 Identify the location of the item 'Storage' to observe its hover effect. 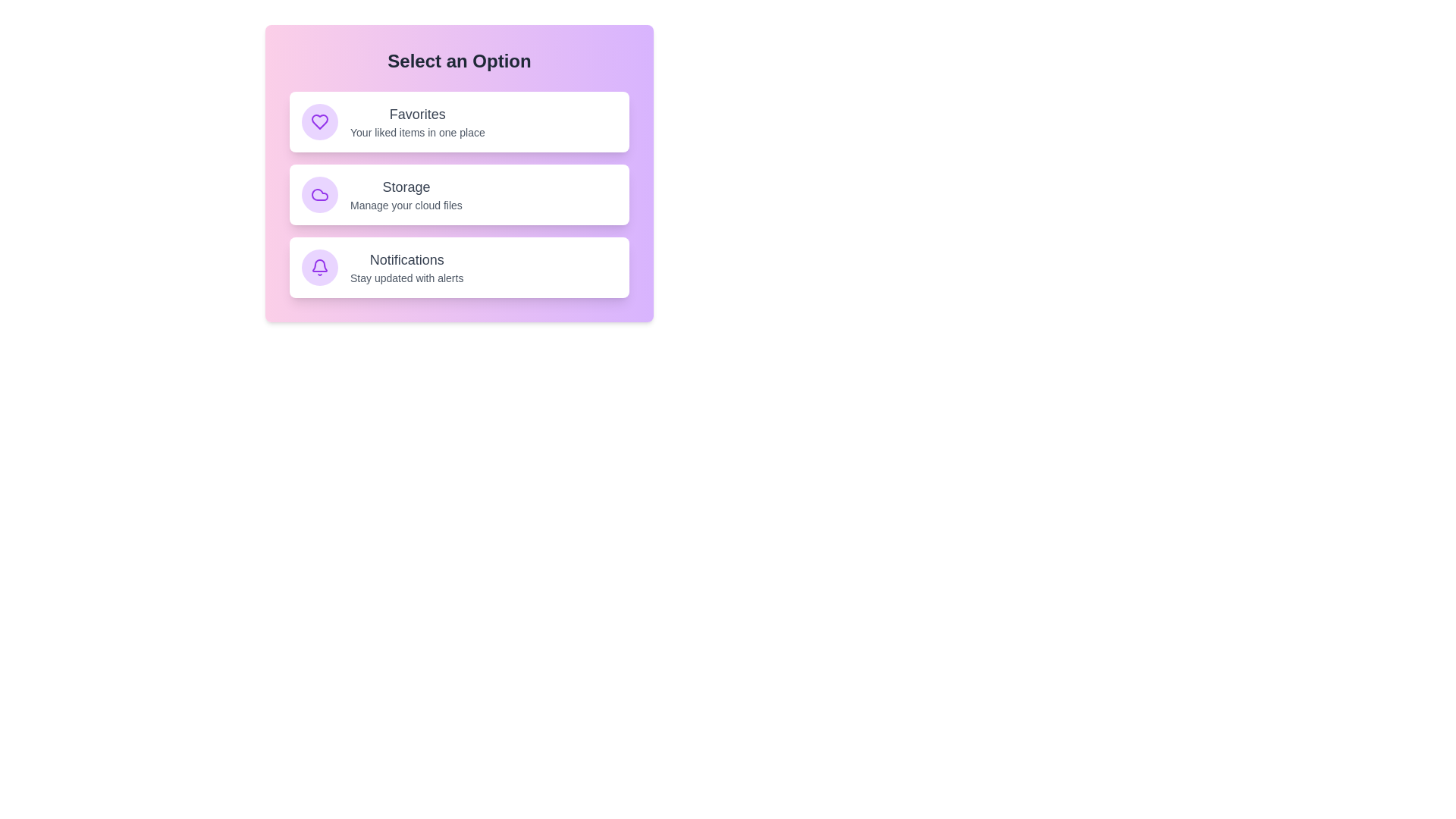
(458, 194).